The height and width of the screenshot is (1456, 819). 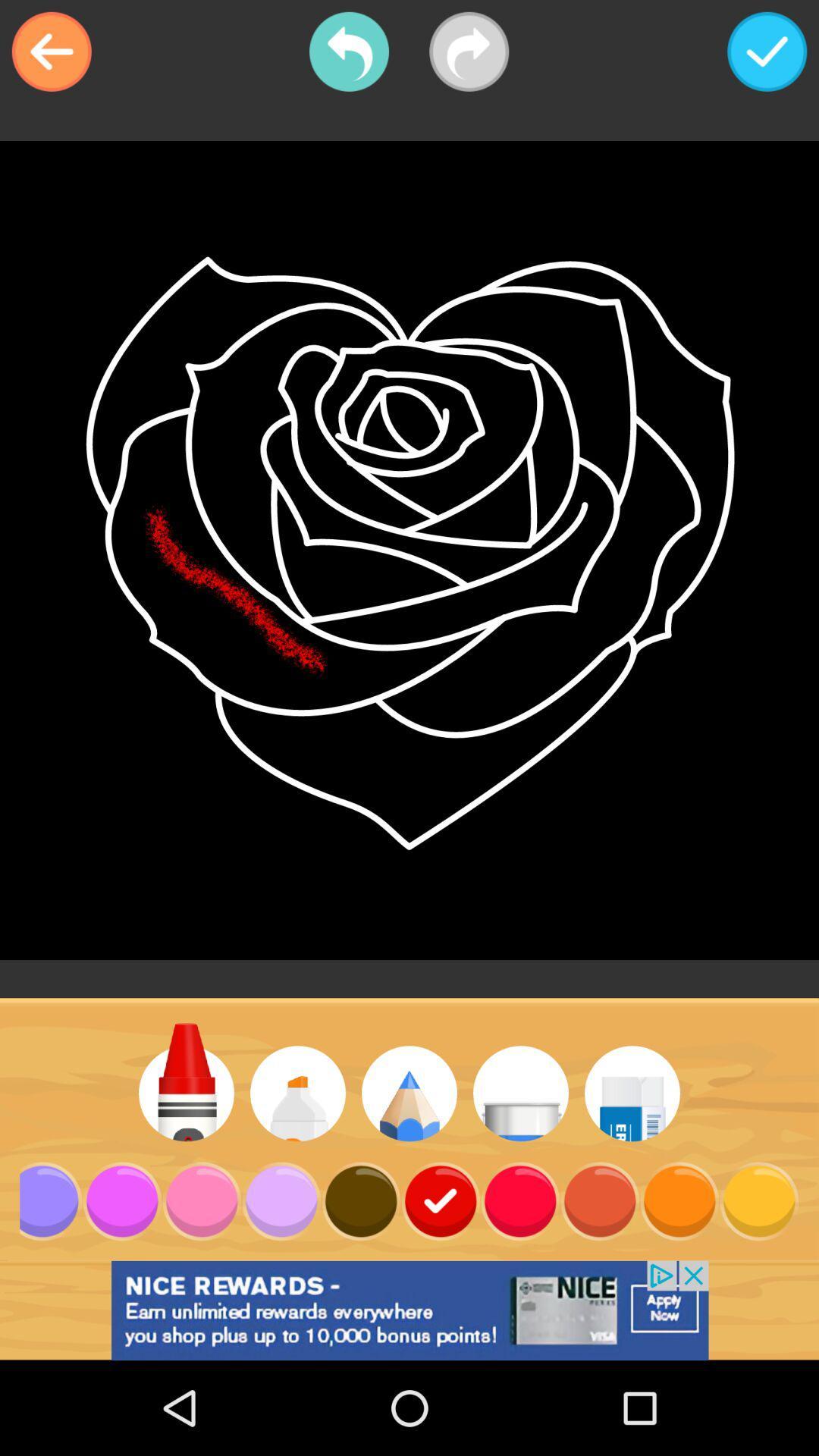 I want to click on the arrow_backward icon, so click(x=51, y=52).